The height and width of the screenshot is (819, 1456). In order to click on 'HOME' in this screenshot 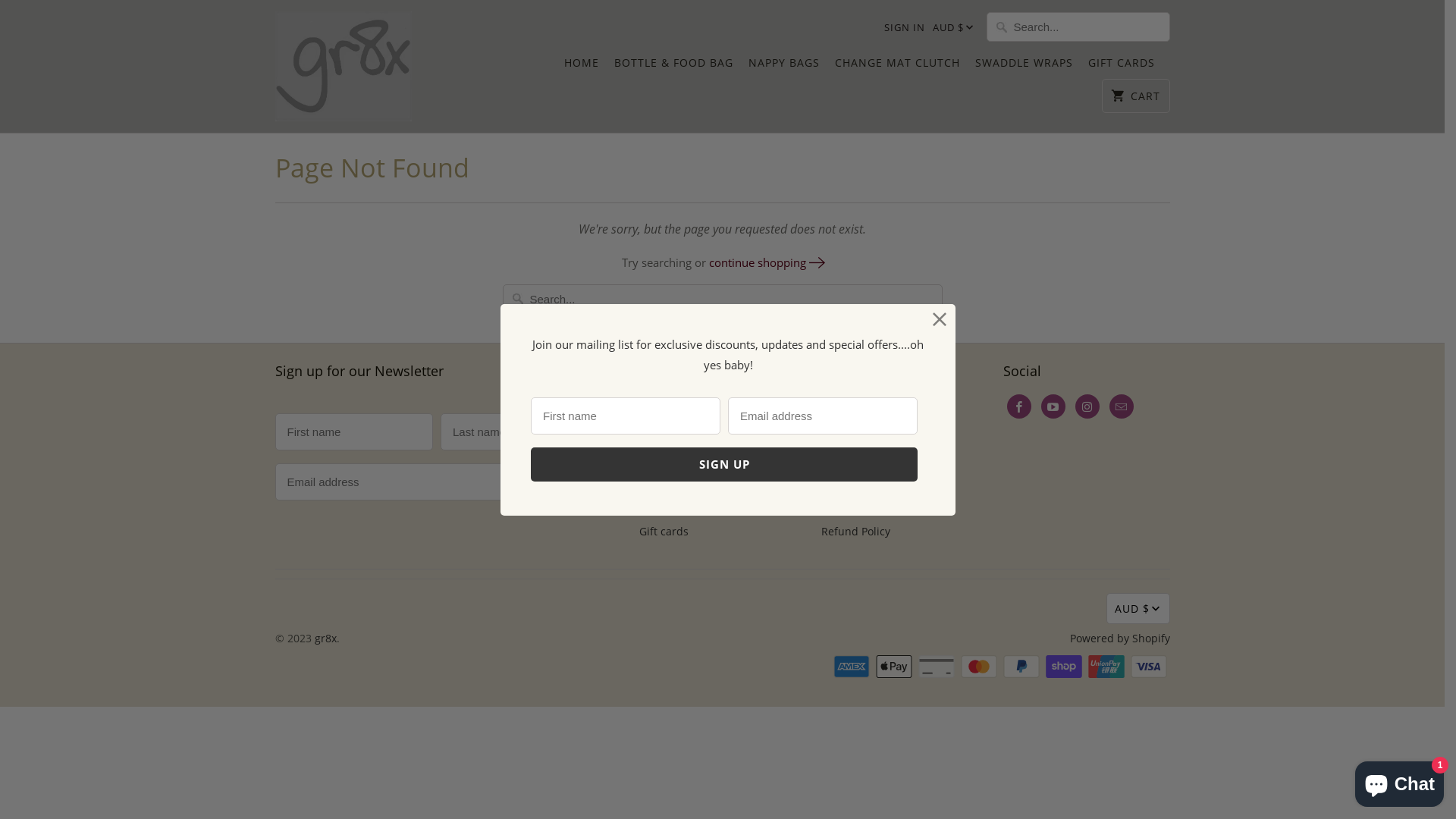, I will do `click(581, 66)`.